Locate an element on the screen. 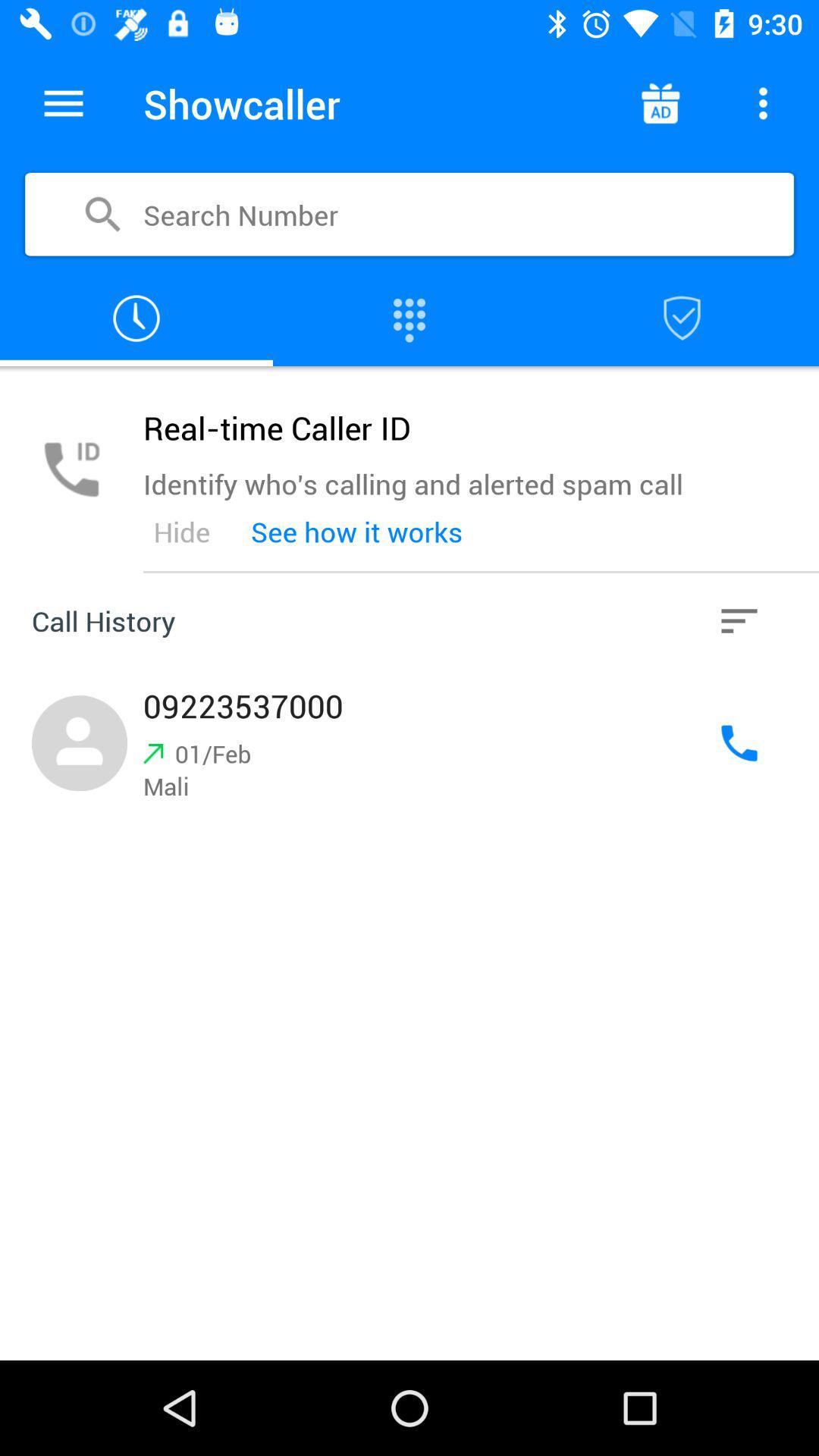 This screenshot has height=1456, width=819. see more options is located at coordinates (763, 102).